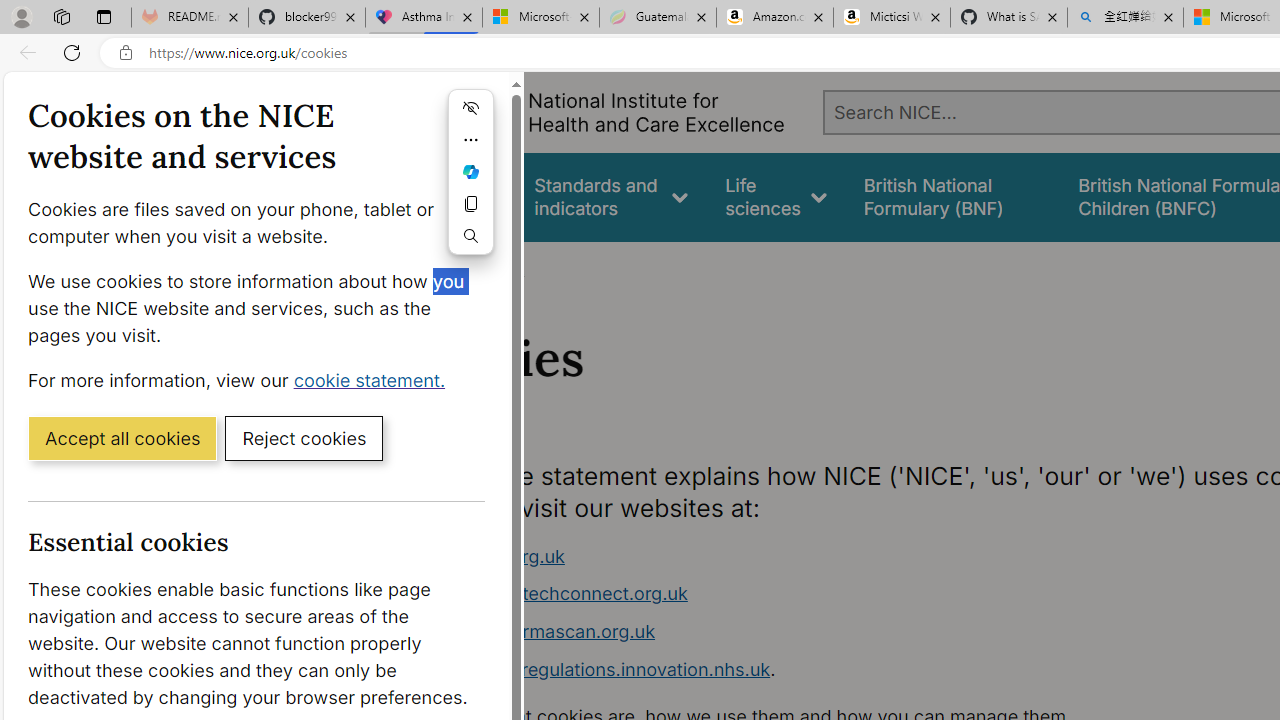  What do you see at coordinates (373, 379) in the screenshot?
I see `'cookie statement. (Opens in a new window)'` at bounding box center [373, 379].